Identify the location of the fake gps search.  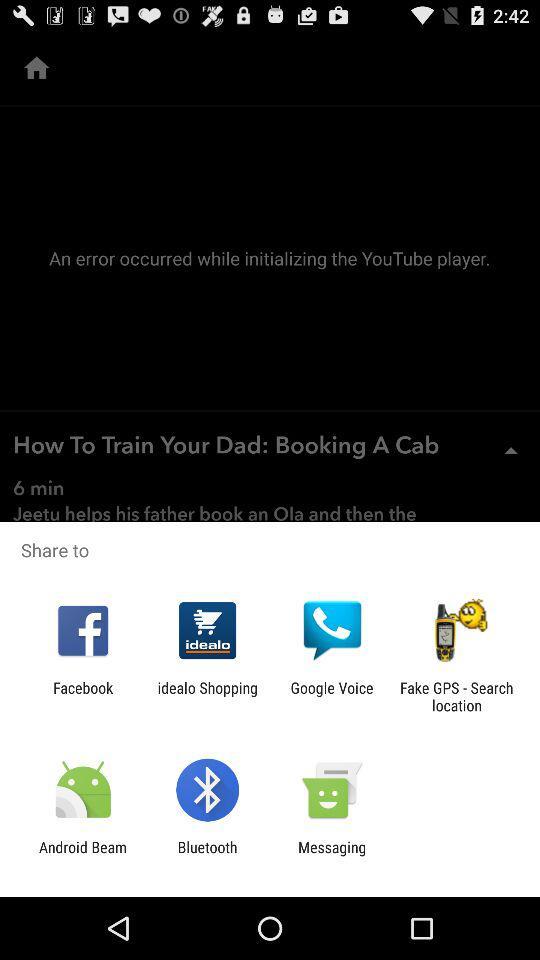
(456, 696).